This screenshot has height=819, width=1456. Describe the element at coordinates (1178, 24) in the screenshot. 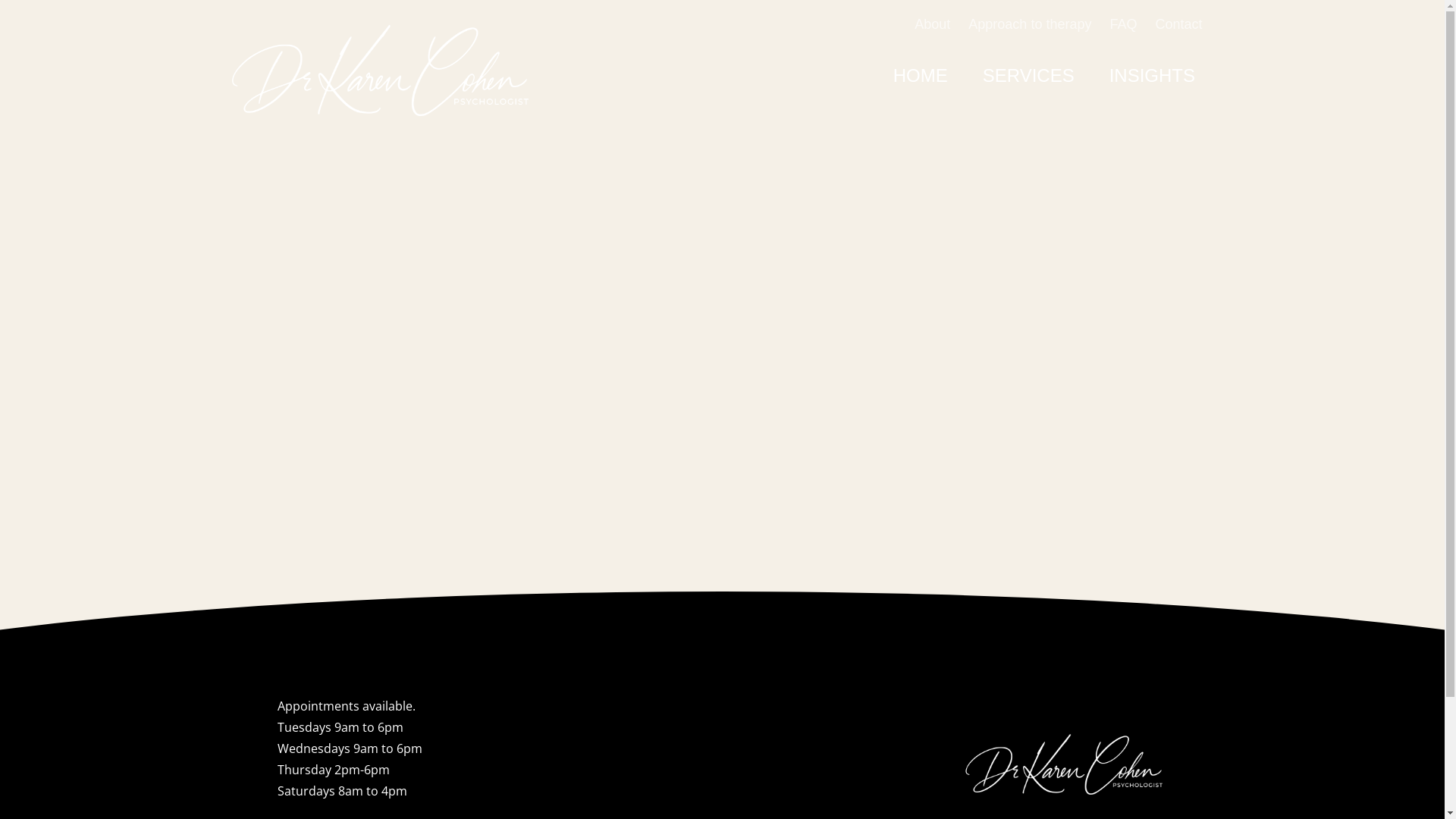

I see `'Contact'` at that location.